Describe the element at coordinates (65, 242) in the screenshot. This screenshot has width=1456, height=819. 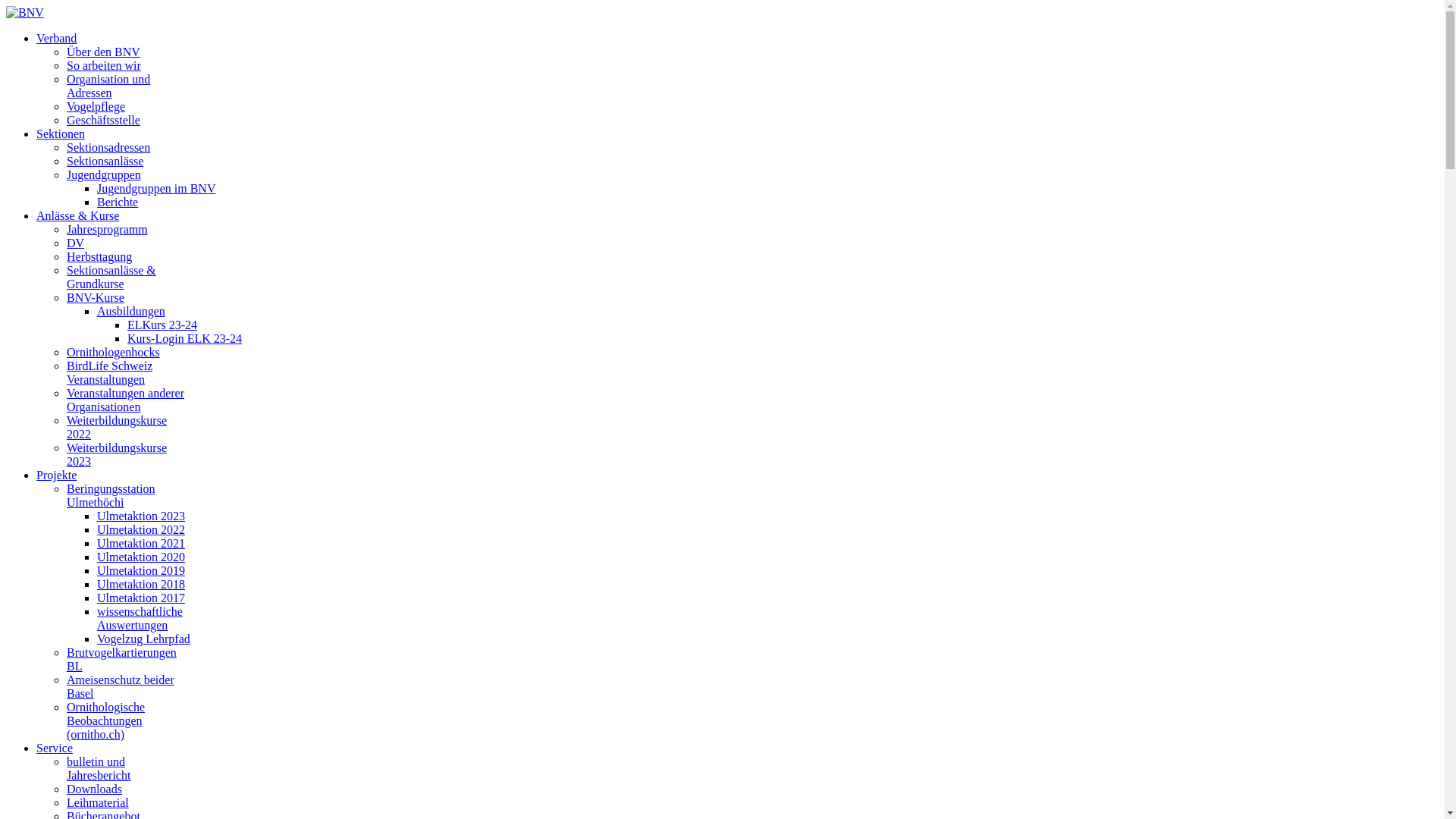
I see `'DV'` at that location.